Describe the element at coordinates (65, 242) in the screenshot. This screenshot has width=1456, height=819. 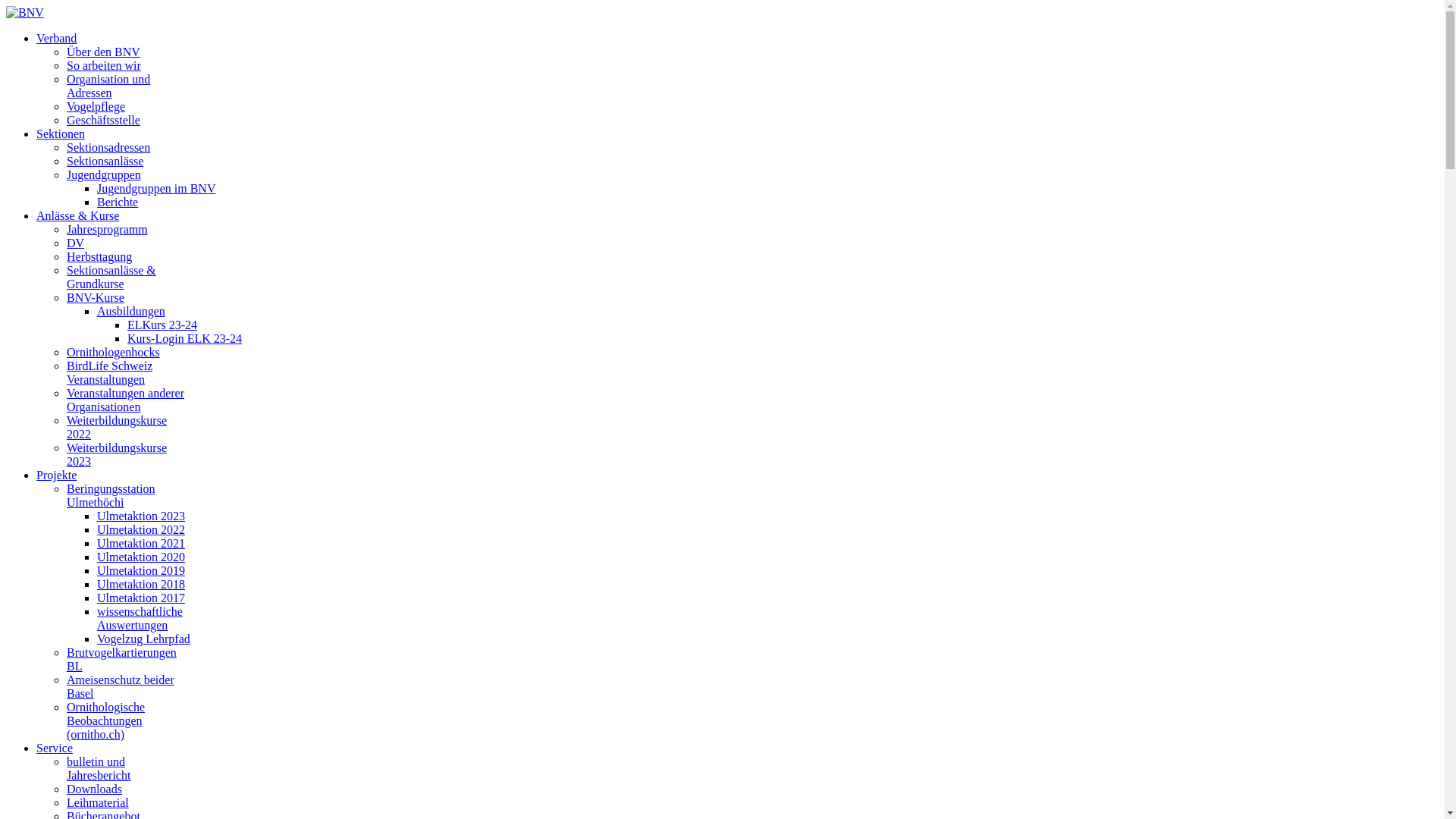
I see `'DV'` at that location.